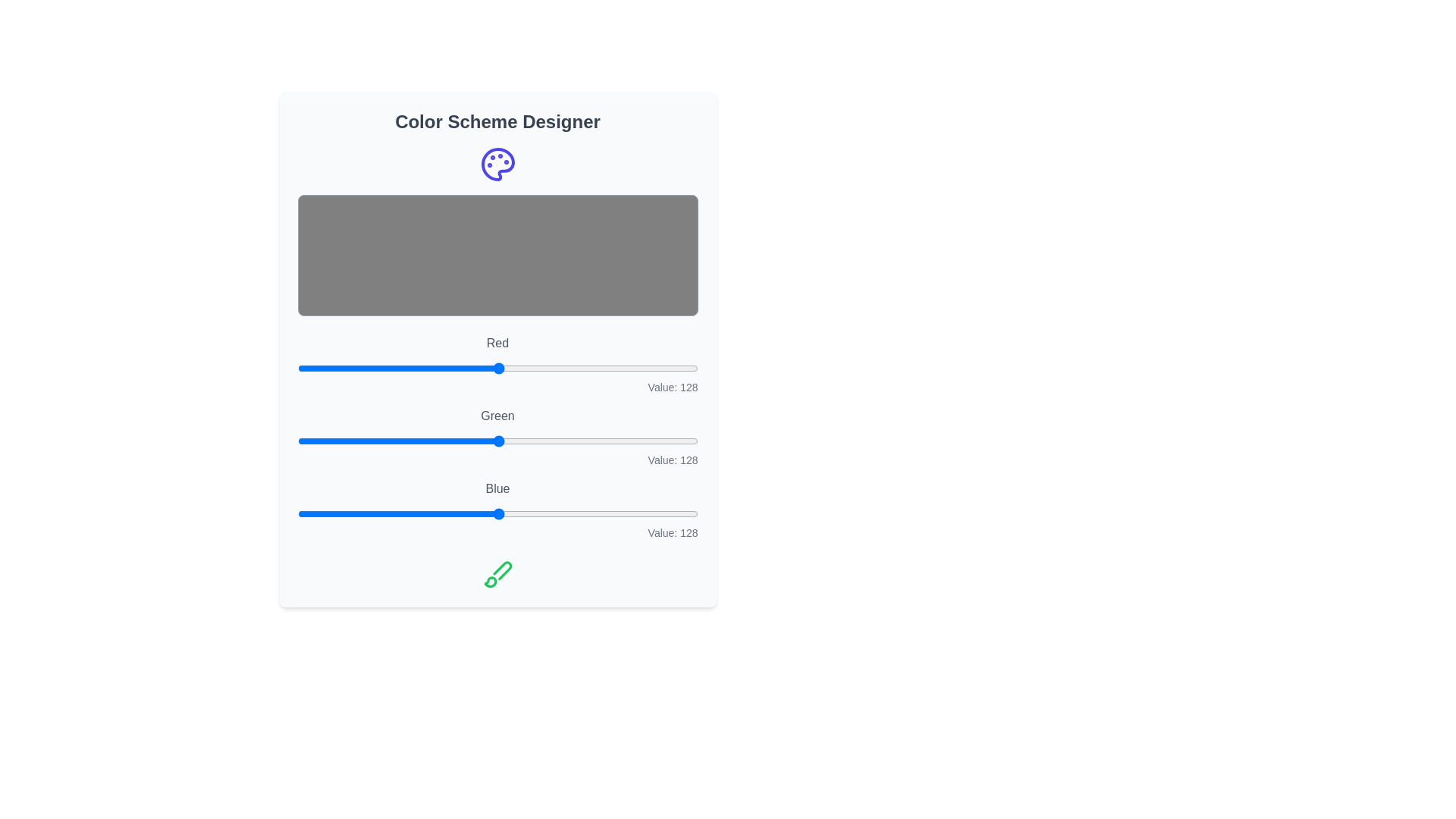 The image size is (1456, 819). What do you see at coordinates (306, 513) in the screenshot?
I see `the blue color value` at bounding box center [306, 513].